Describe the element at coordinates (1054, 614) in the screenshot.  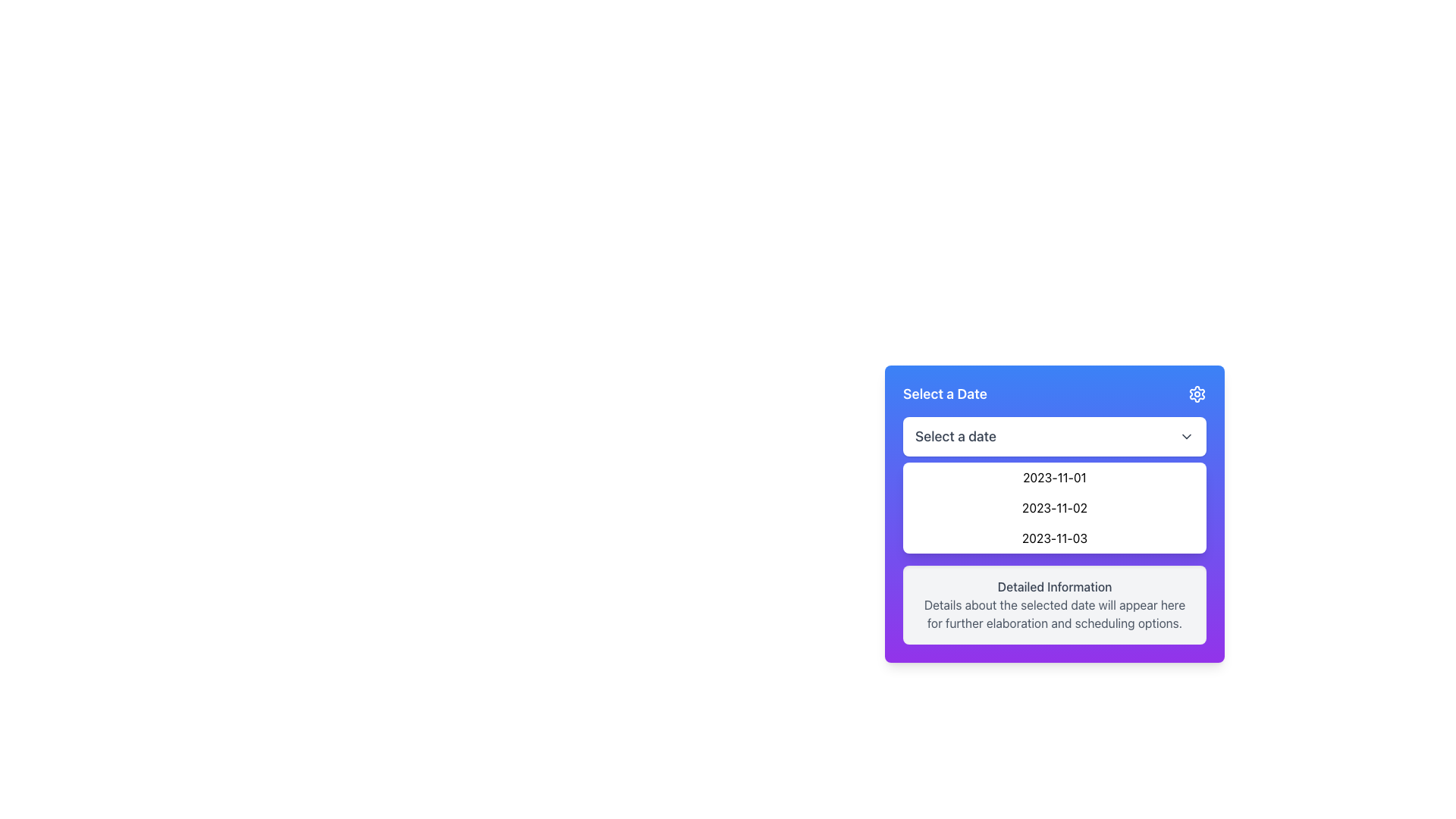
I see `the static text element that displays supportive information related to the selected date, located below the 'Detailed Information' header in a light gray rounded rectangle` at that location.